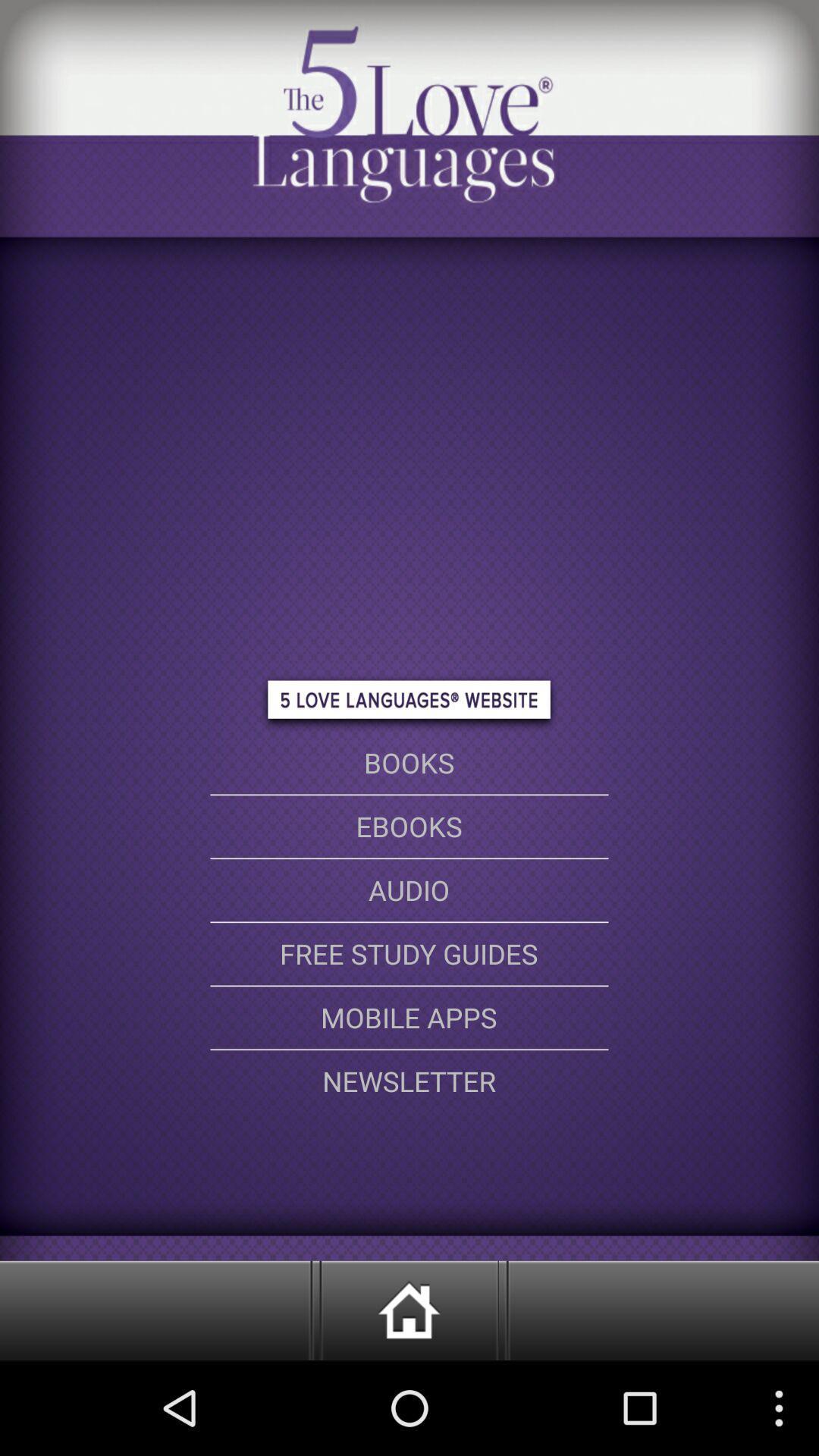  What do you see at coordinates (409, 1081) in the screenshot?
I see `the newsletter option` at bounding box center [409, 1081].